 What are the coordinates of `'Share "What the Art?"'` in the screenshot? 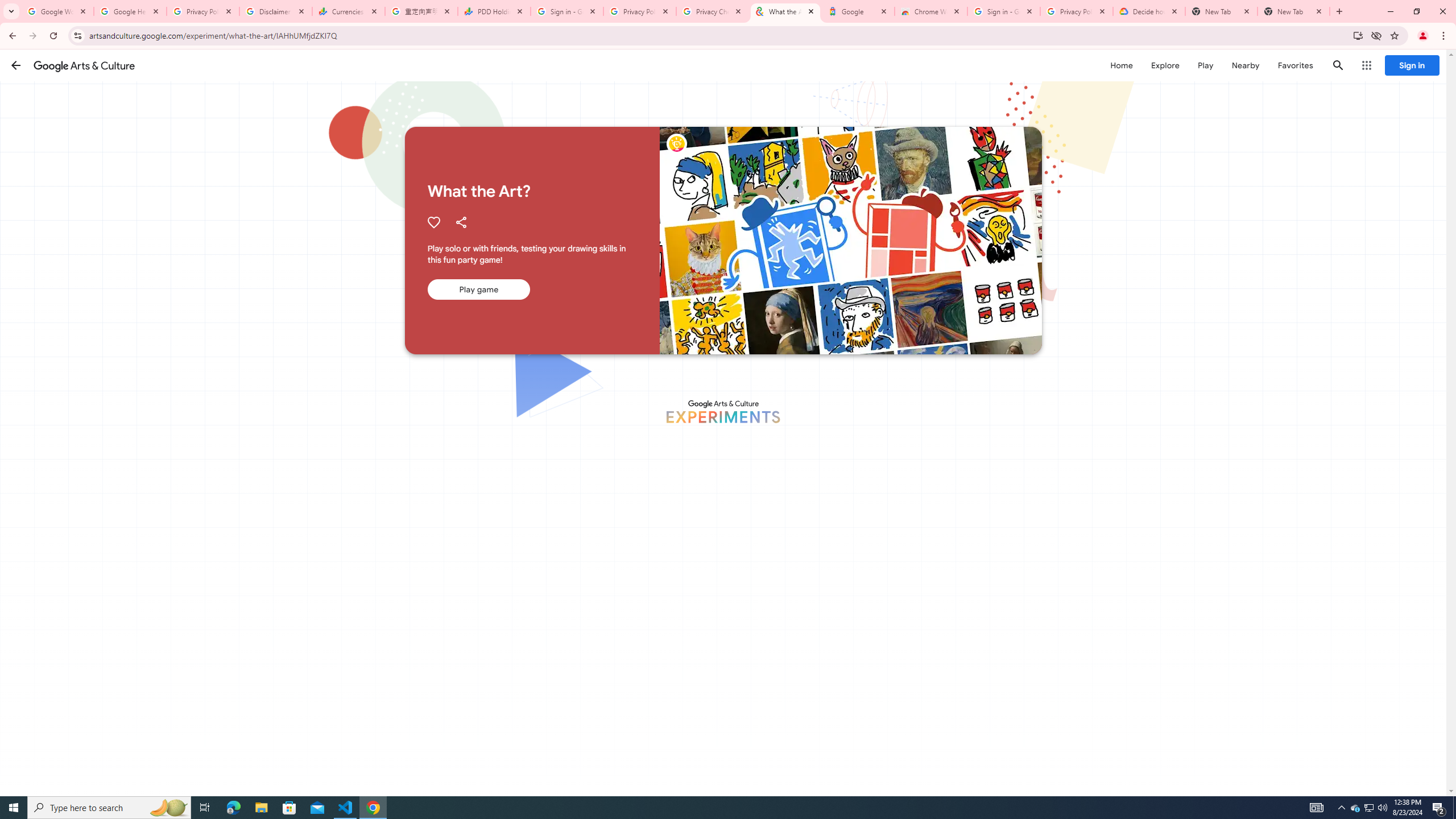 It's located at (461, 222).